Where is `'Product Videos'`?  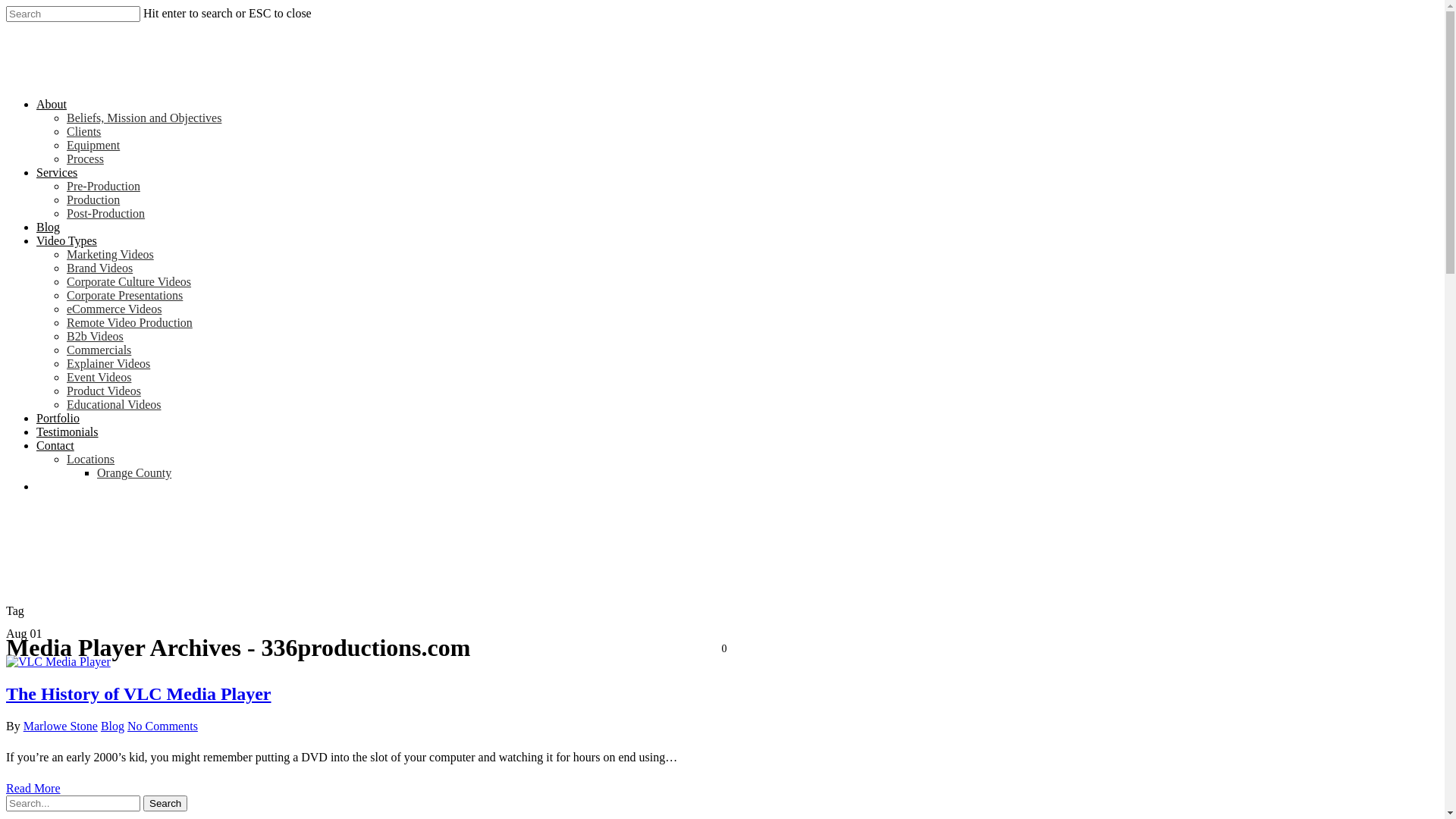
'Product Videos' is located at coordinates (65, 390).